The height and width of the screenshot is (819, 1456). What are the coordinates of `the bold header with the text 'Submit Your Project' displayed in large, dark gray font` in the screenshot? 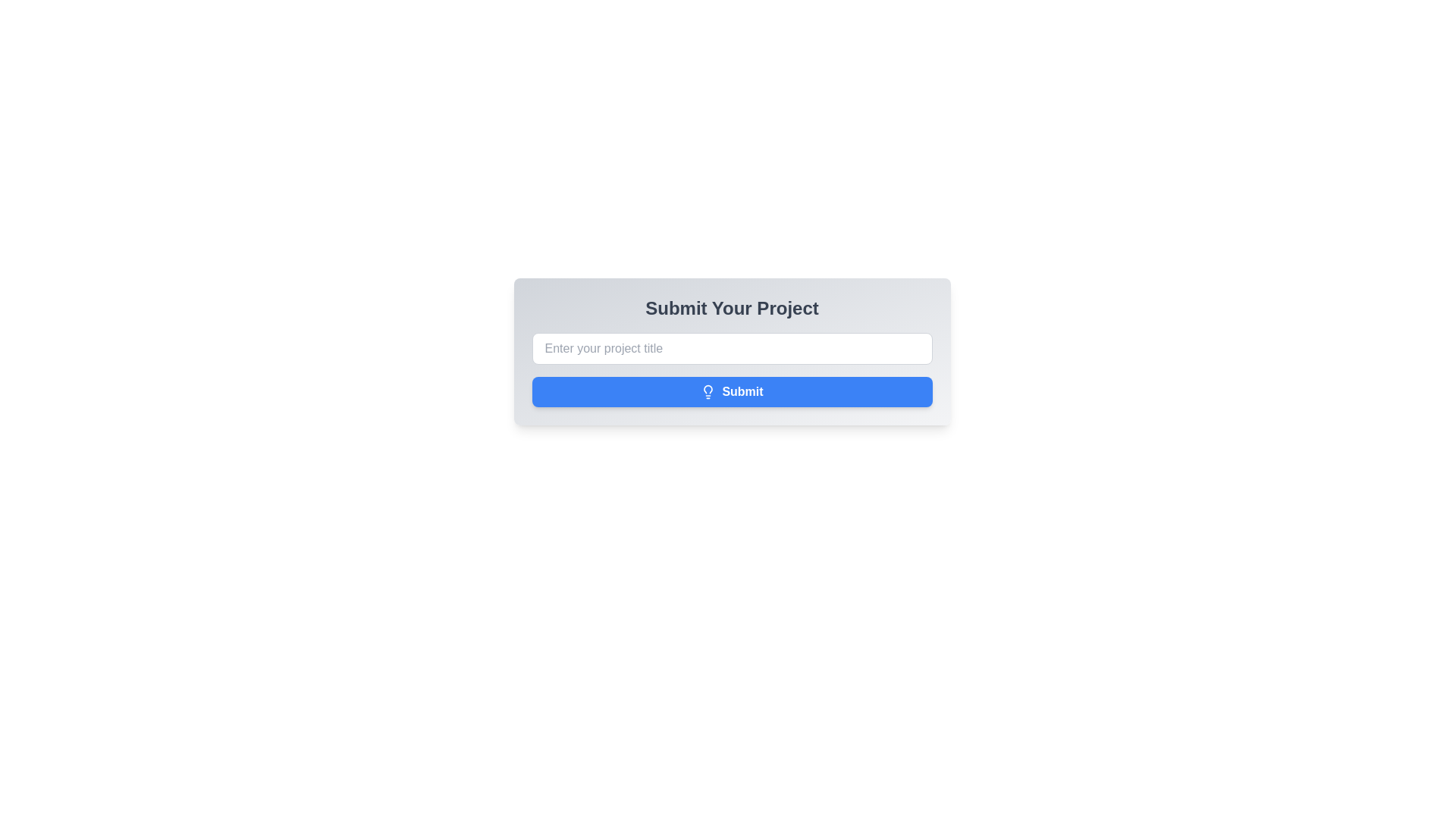 It's located at (732, 308).